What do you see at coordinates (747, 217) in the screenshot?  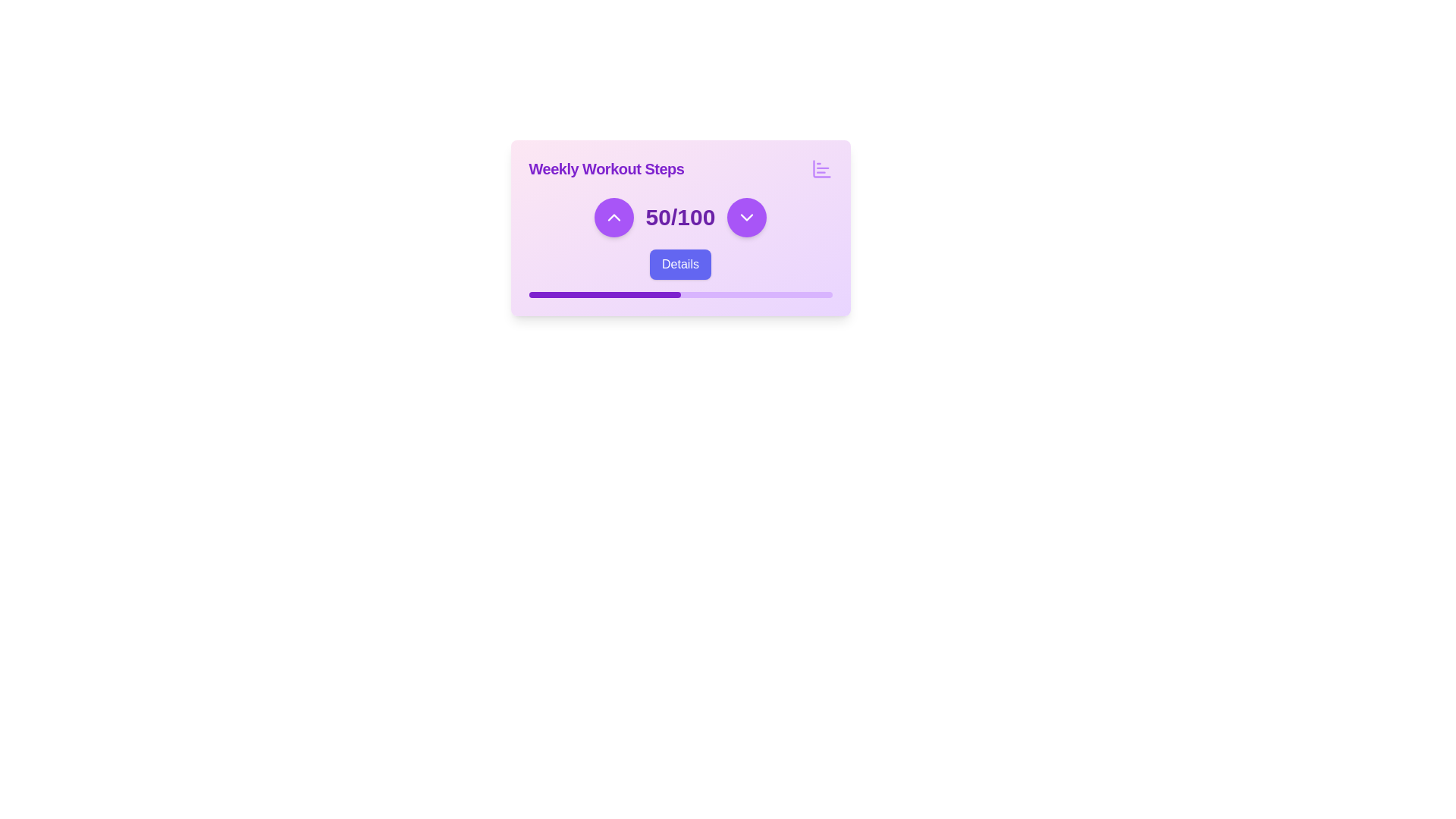 I see `the circular button with a purple background and a downward chevron icon` at bounding box center [747, 217].